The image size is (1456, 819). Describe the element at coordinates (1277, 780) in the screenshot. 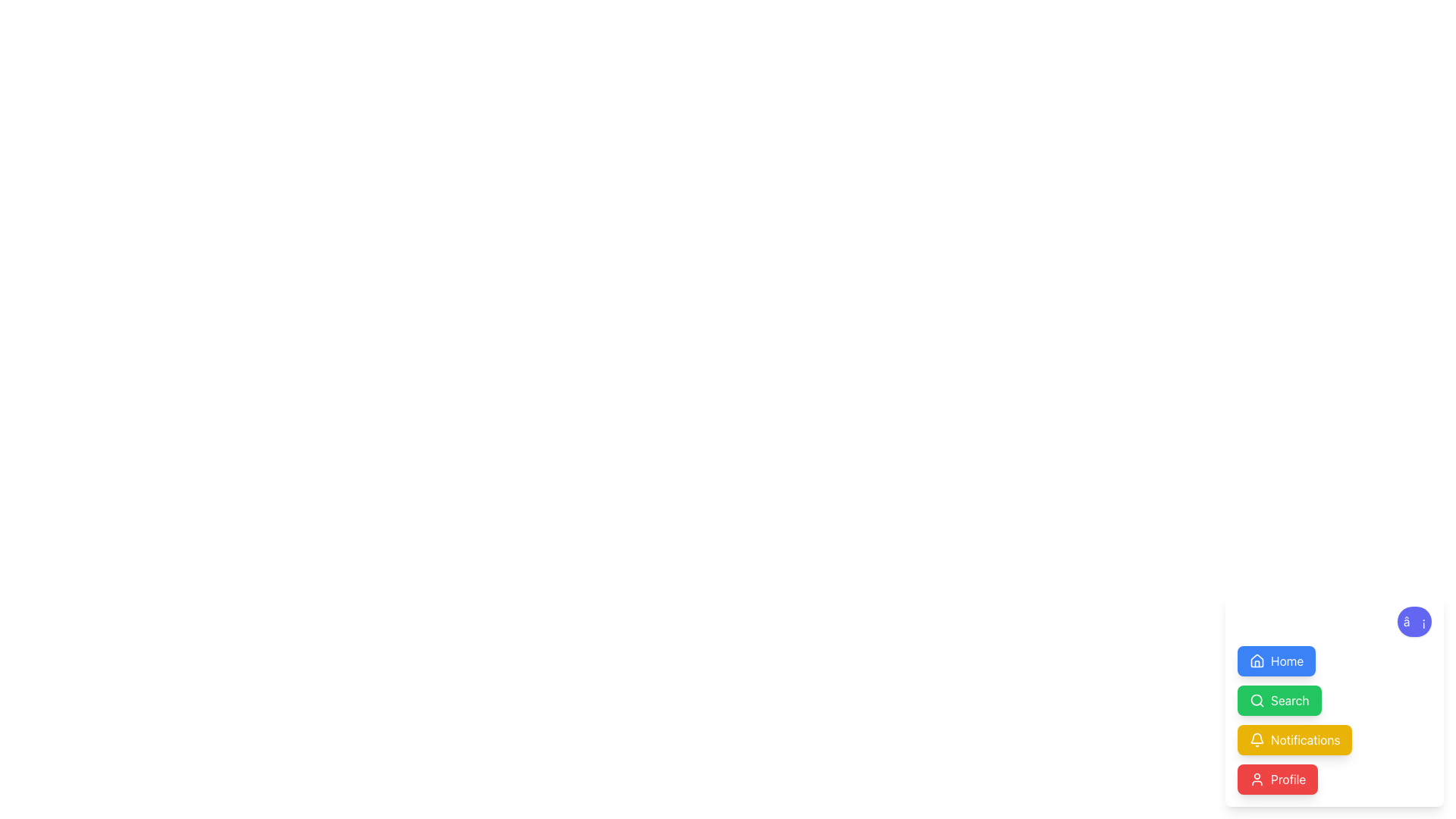

I see `the vibrant red 'Profile' button with white text and a person icon to observe its hover effect` at that location.